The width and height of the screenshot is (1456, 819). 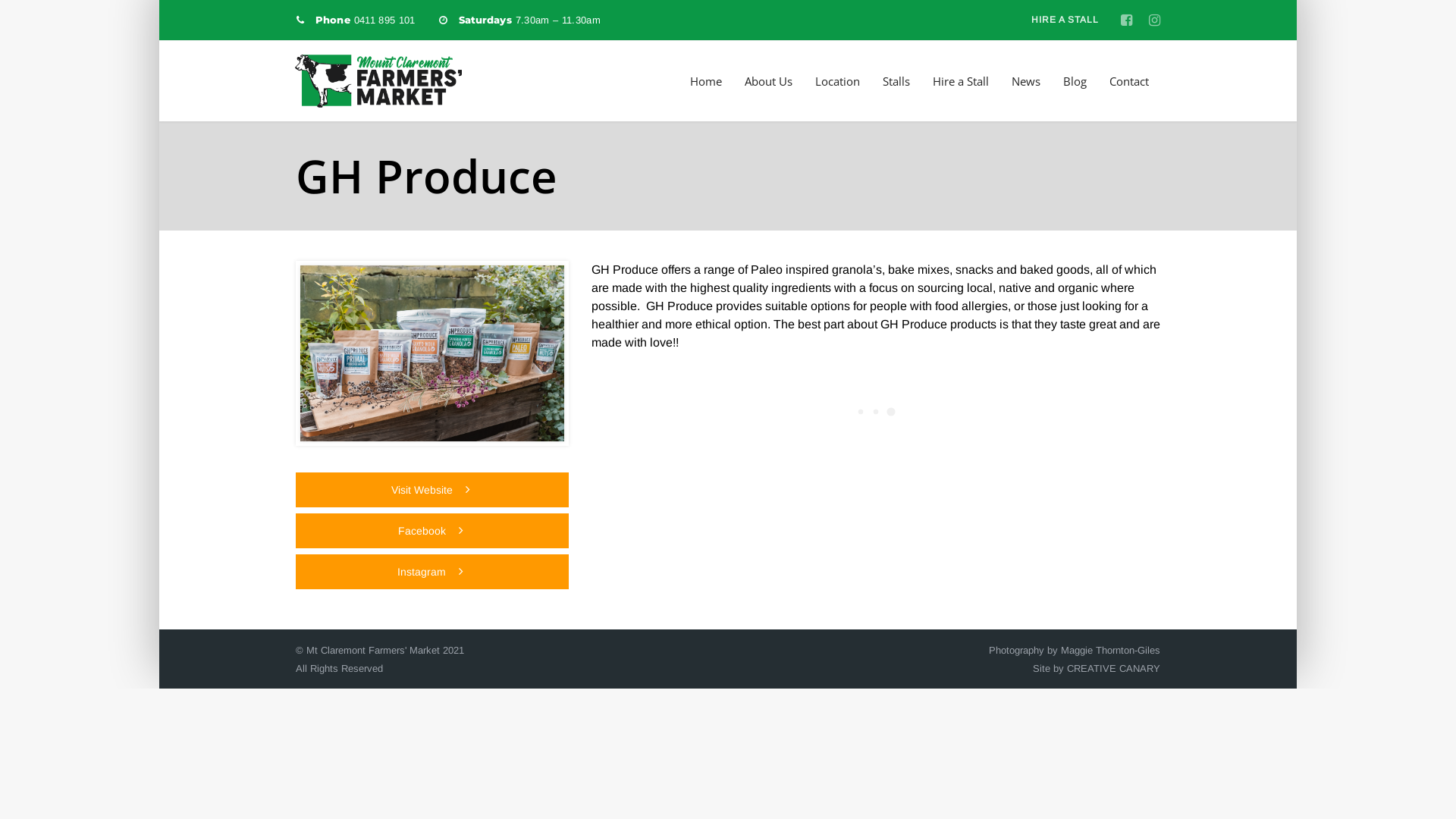 I want to click on 'Blog', so click(x=1074, y=81).